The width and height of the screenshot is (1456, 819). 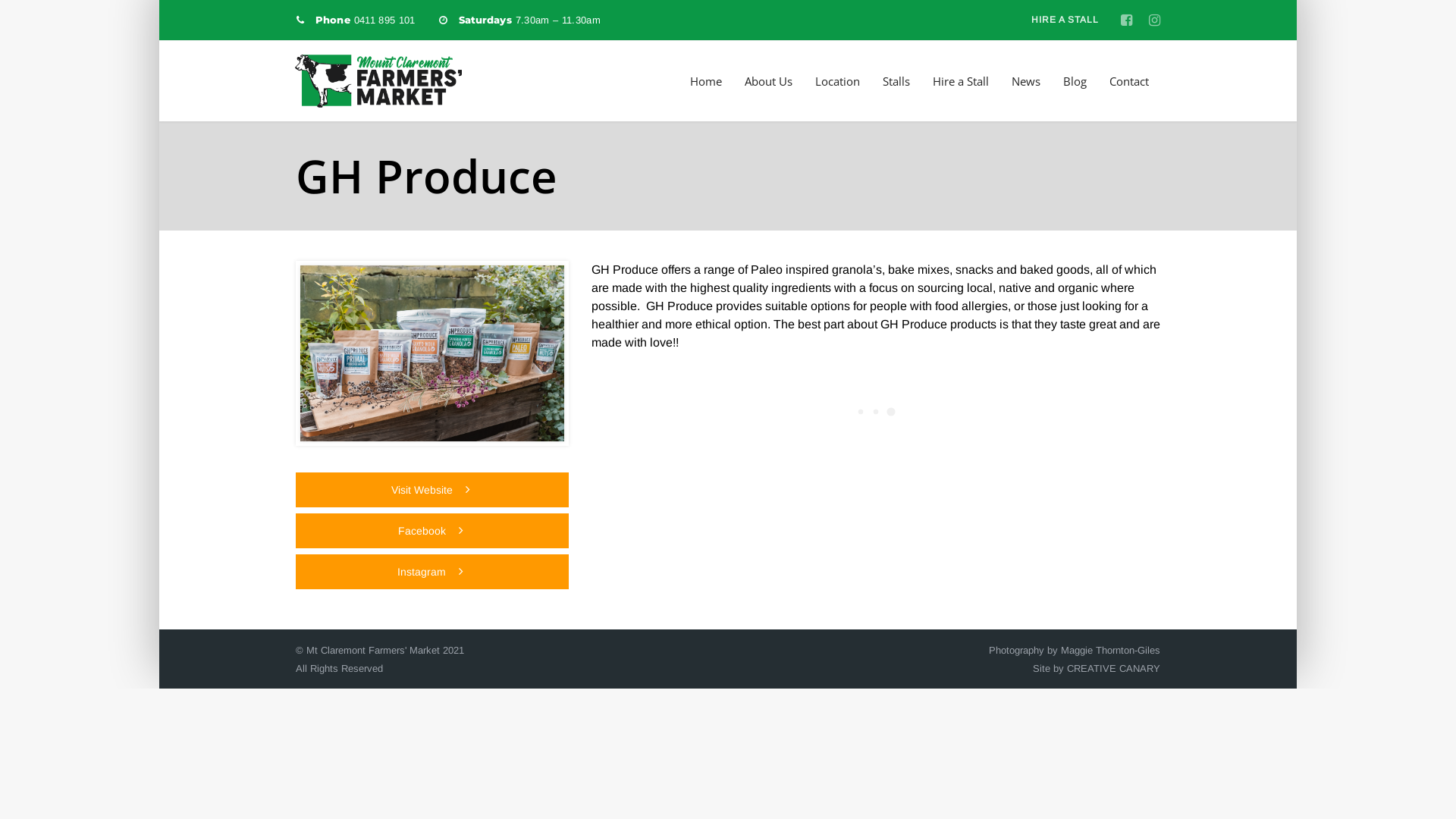 I want to click on 'Blog', so click(x=1074, y=81).